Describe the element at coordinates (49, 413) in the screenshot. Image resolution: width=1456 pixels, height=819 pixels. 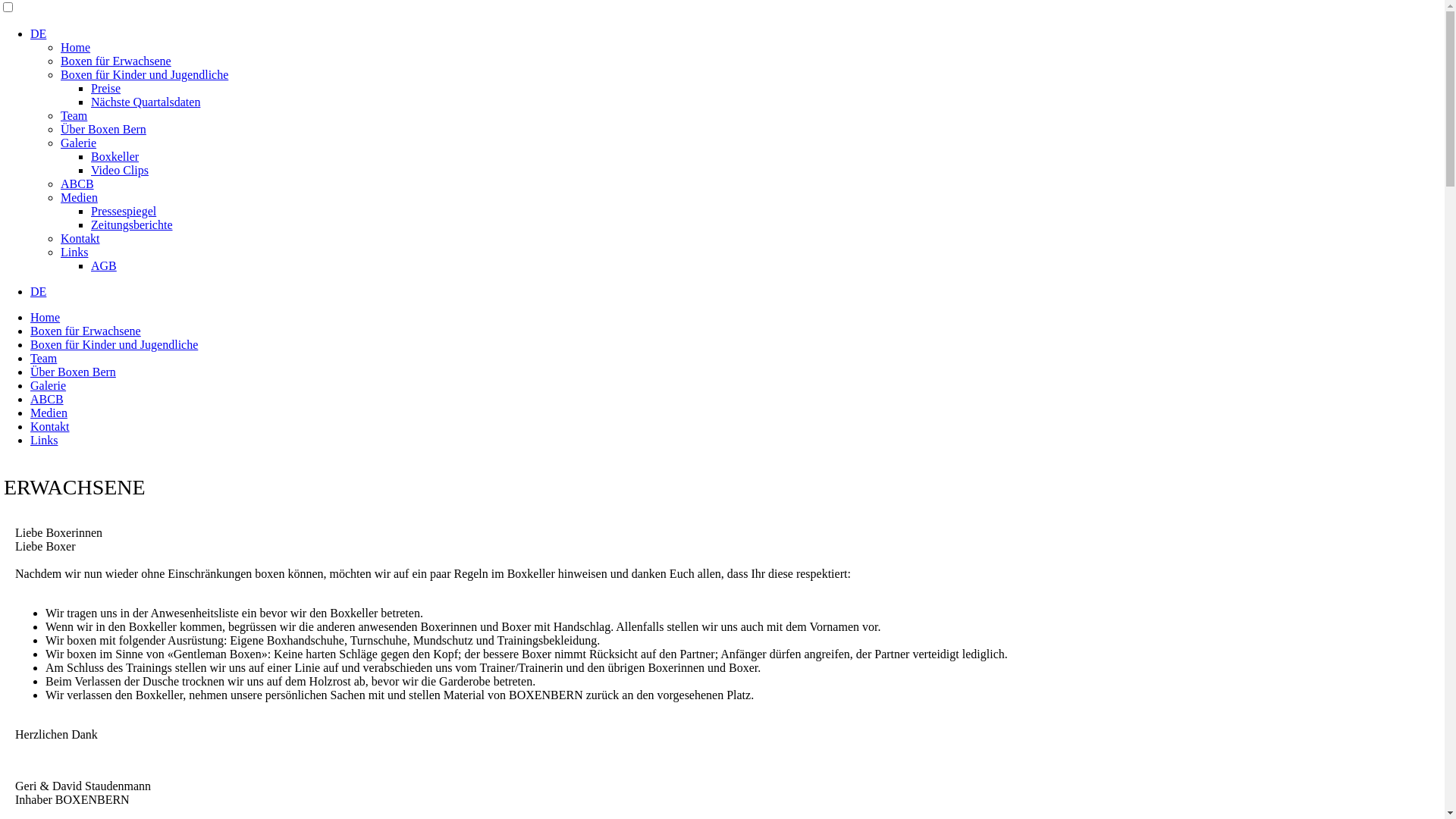
I see `'Medien'` at that location.